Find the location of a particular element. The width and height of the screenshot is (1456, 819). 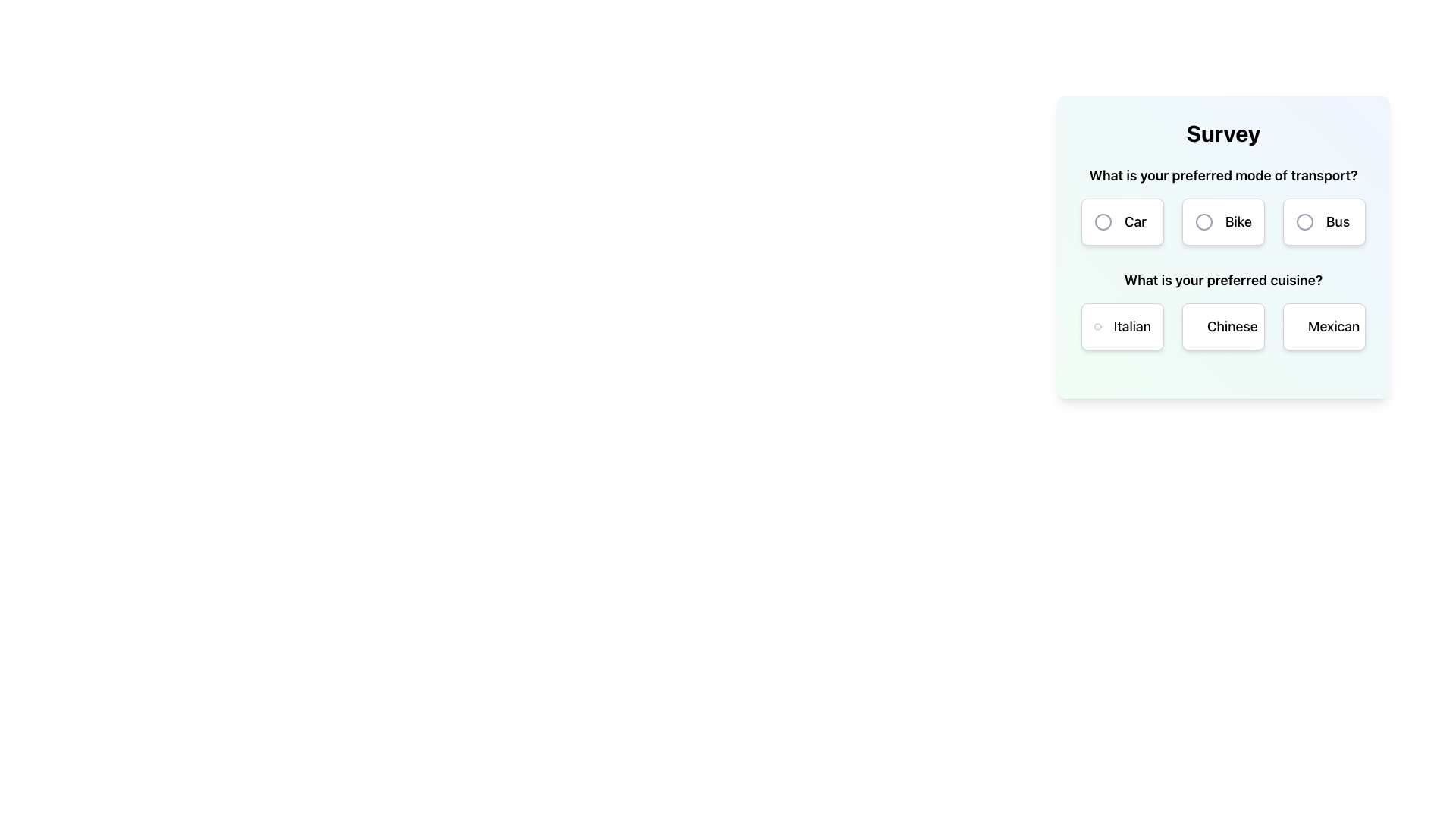

the 'Chinese' button with a radio-style selection indicator is located at coordinates (1223, 326).